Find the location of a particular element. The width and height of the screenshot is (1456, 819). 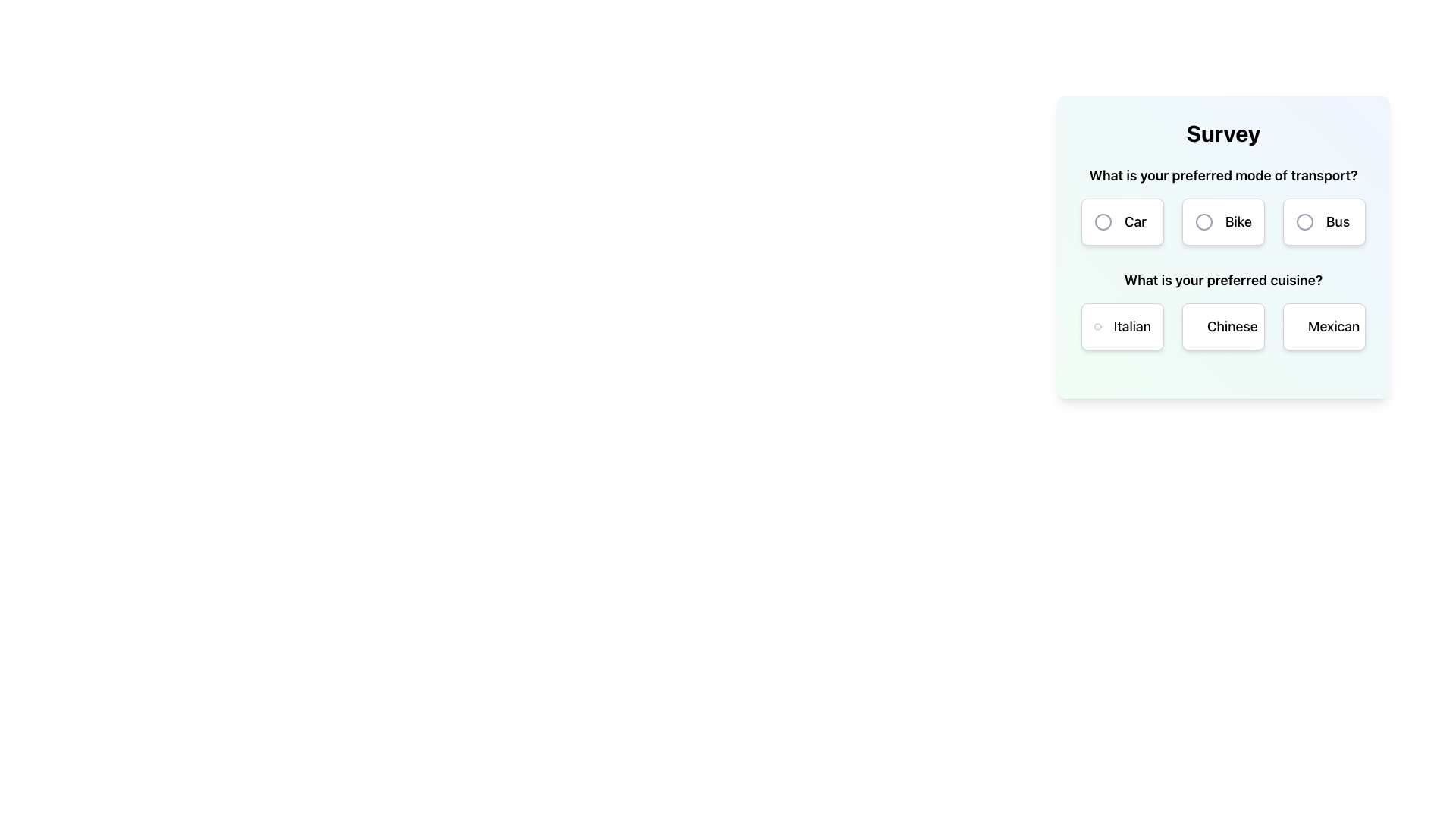

the 'Chinese' button with a radio-style selection indicator is located at coordinates (1223, 326).